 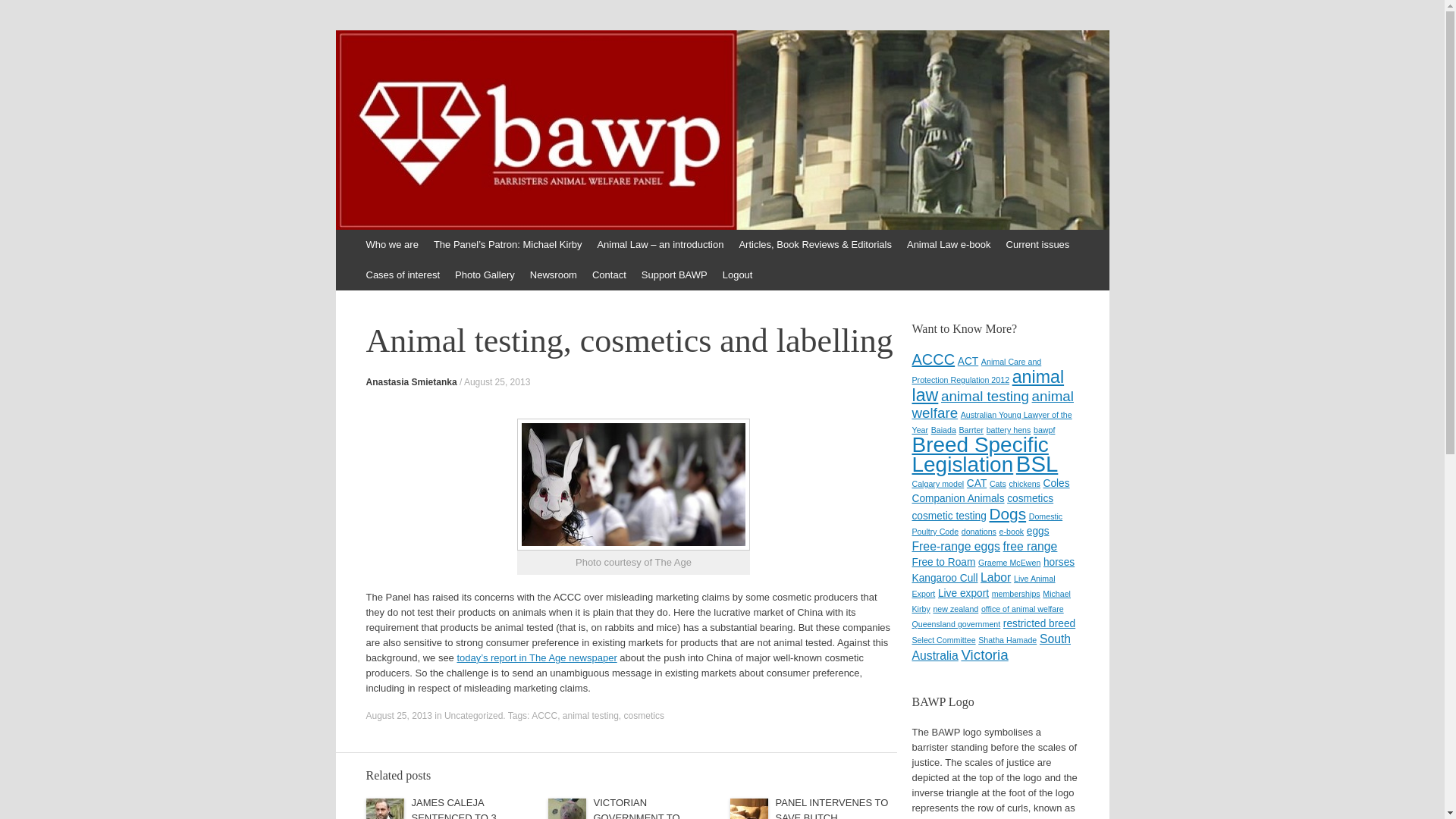 I want to click on 'Anastasia Smietanka', so click(x=365, y=381).